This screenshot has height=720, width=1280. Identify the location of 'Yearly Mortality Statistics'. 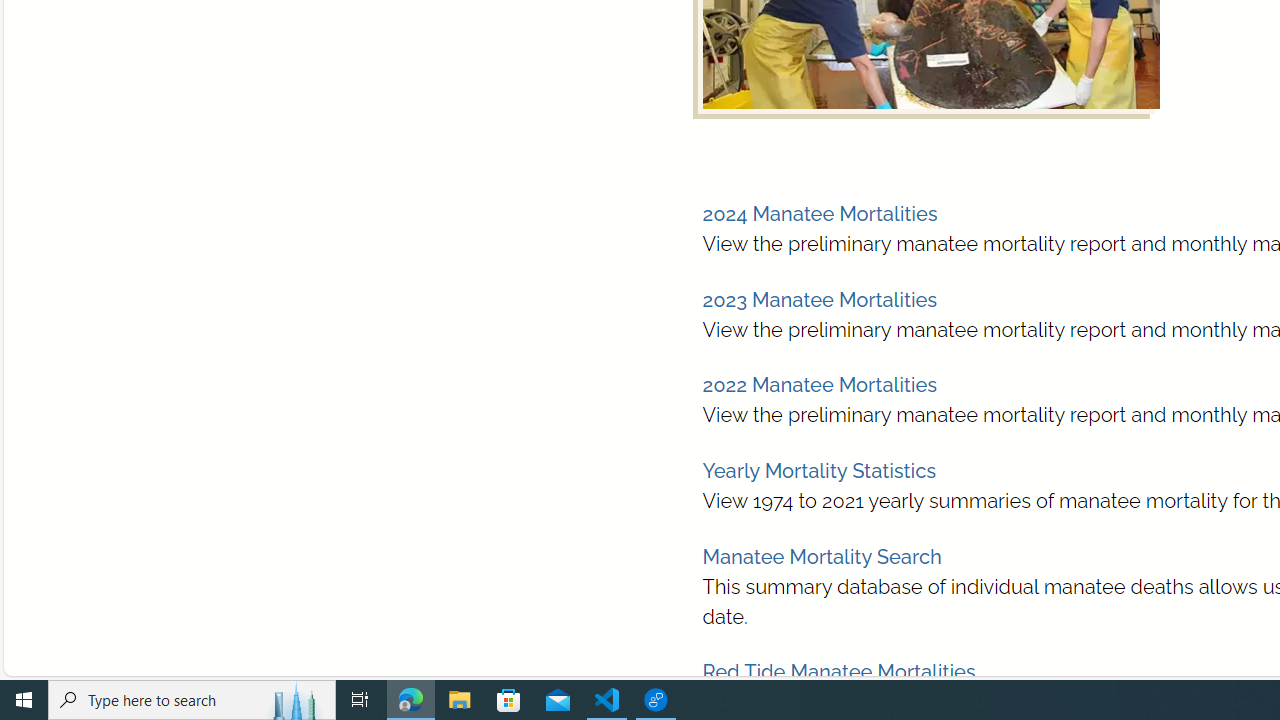
(819, 471).